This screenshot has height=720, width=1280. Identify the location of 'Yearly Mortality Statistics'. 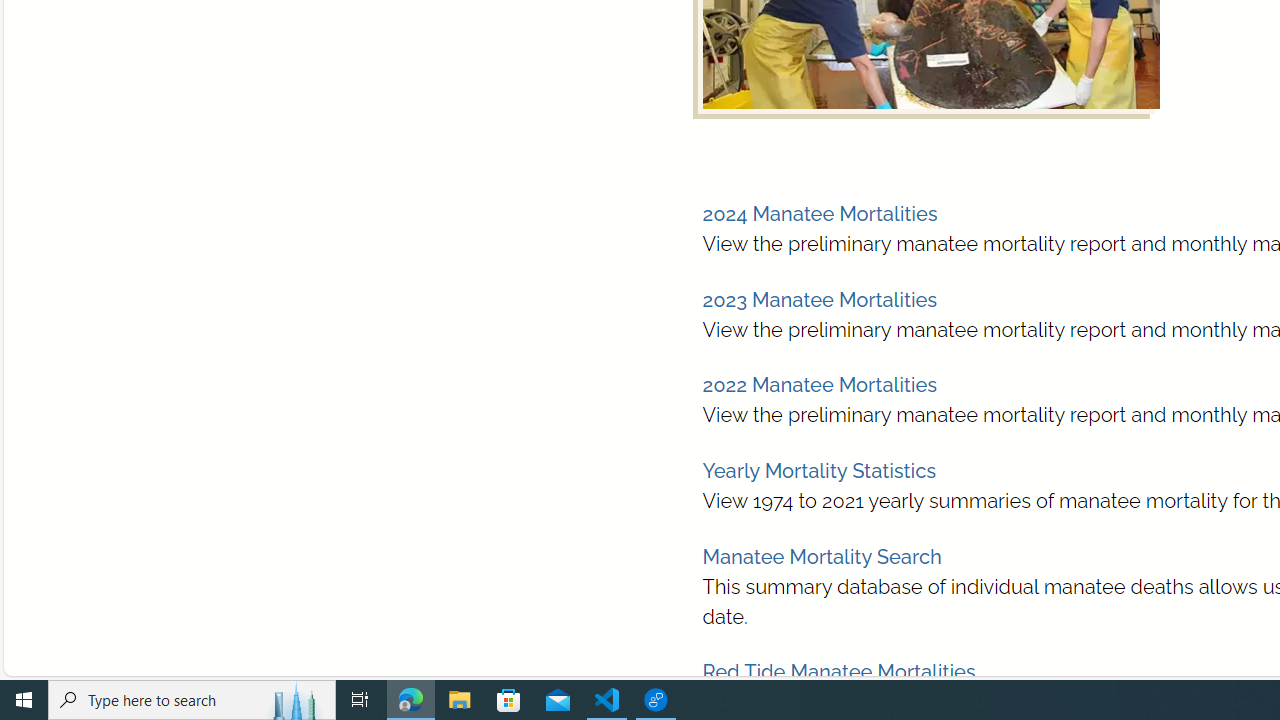
(819, 471).